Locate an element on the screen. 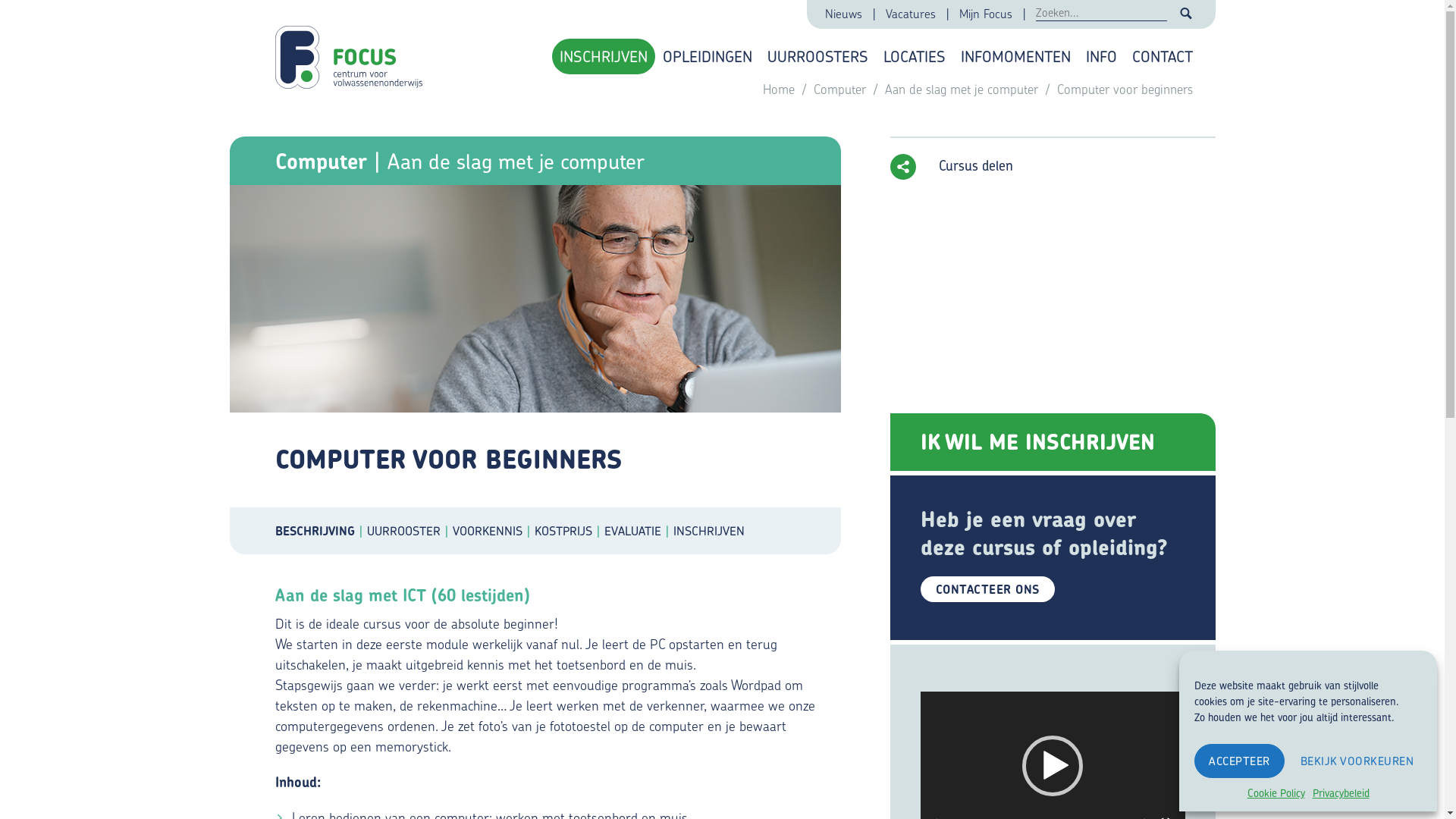 Image resolution: width=1456 pixels, height=819 pixels. 'Nieuws' is located at coordinates (843, 14).